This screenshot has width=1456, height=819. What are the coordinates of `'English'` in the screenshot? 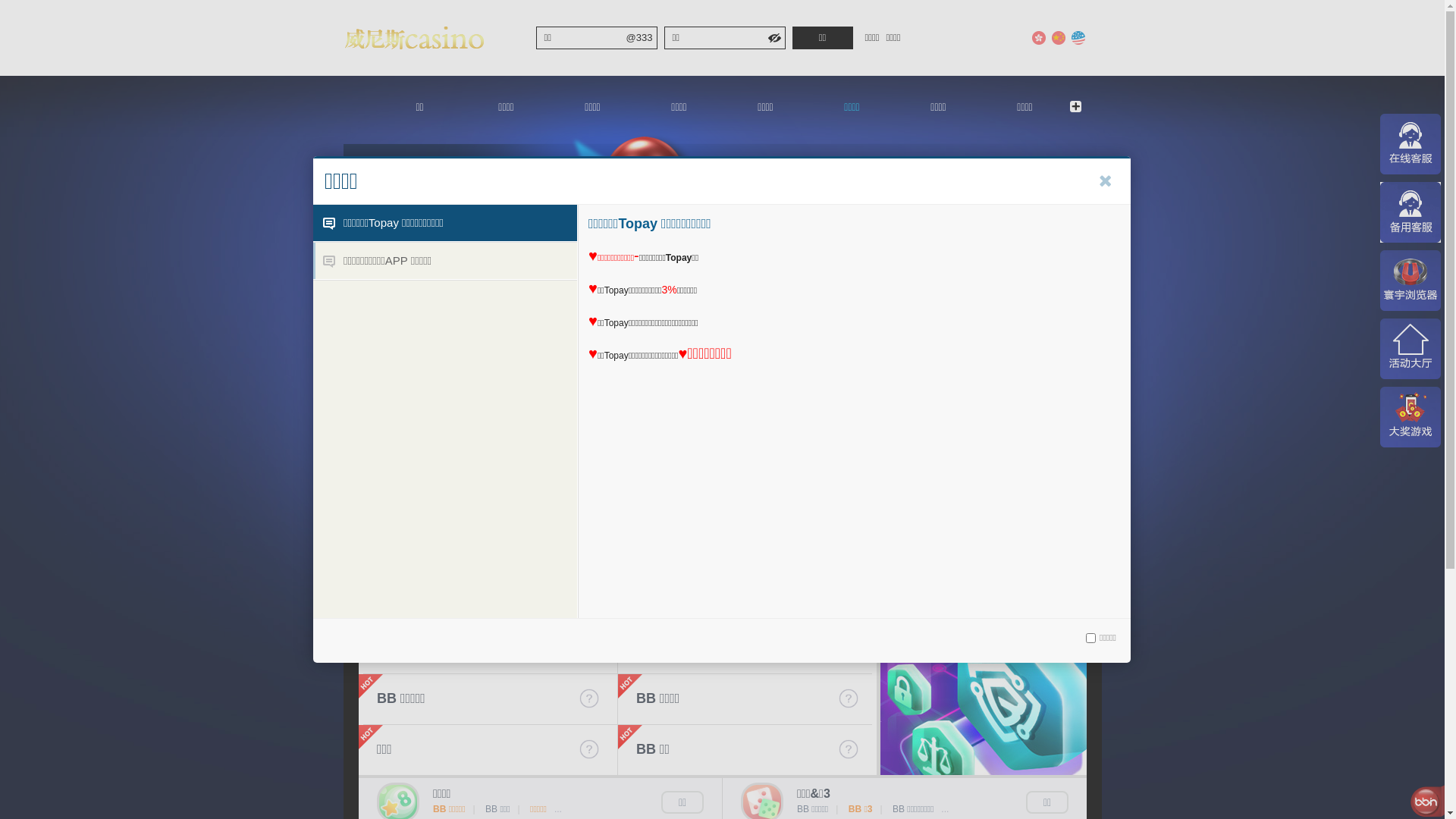 It's located at (1068, 37).